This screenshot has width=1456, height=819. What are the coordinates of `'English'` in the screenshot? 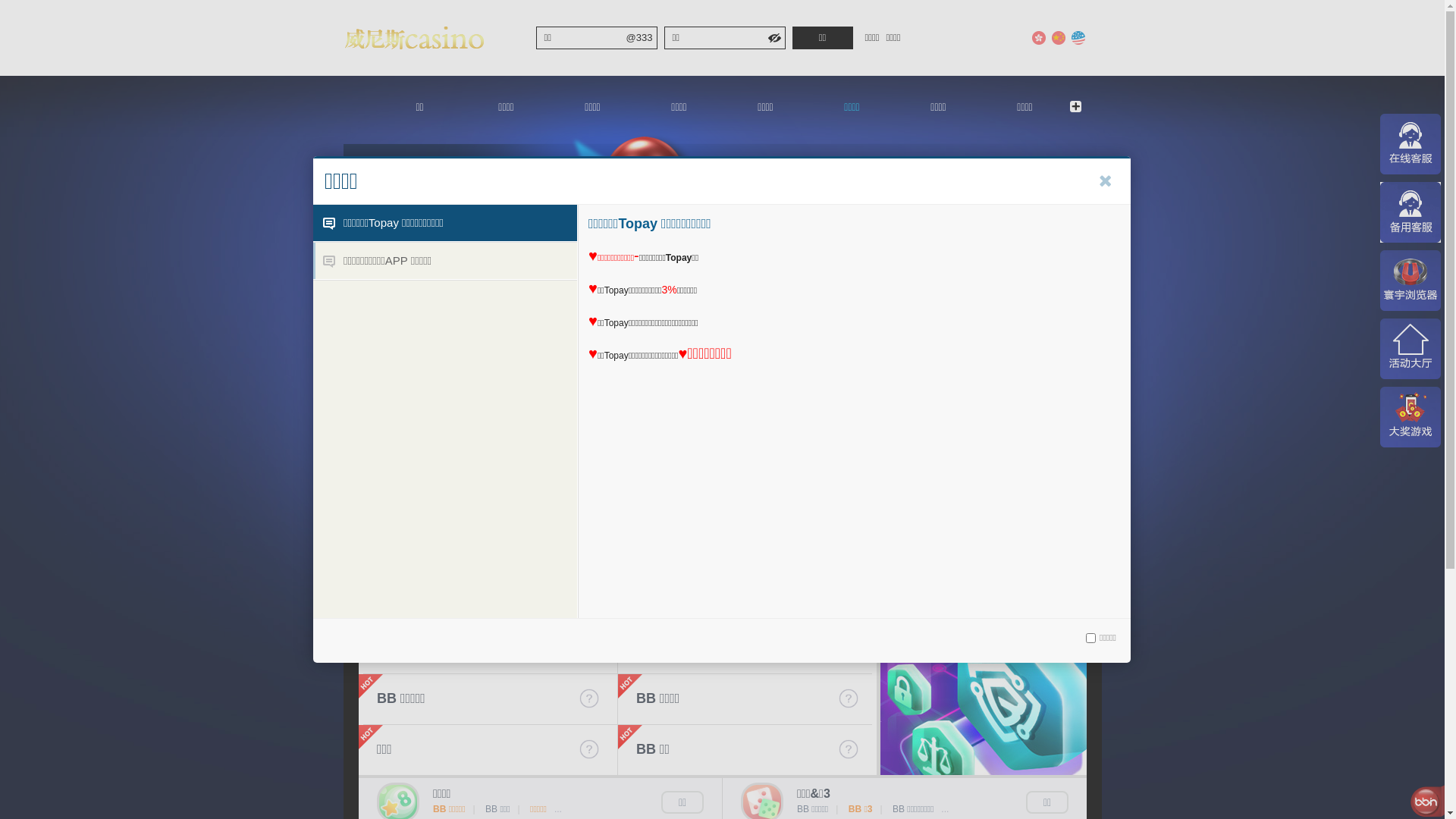 It's located at (1068, 37).